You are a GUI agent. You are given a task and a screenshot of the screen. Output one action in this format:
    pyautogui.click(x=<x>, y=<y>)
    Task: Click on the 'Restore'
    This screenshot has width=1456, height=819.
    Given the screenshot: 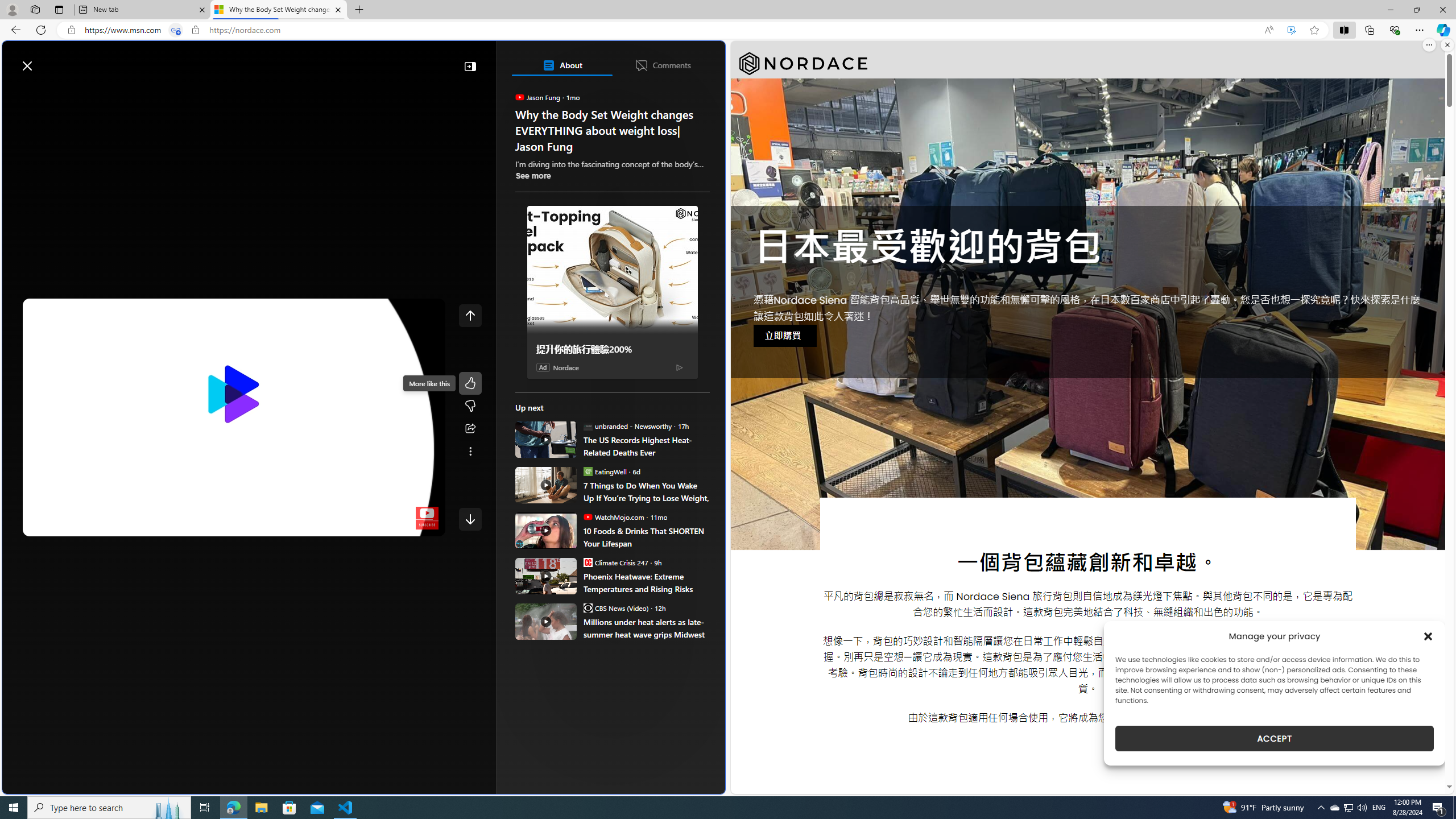 What is the action you would take?
    pyautogui.click(x=1416, y=9)
    